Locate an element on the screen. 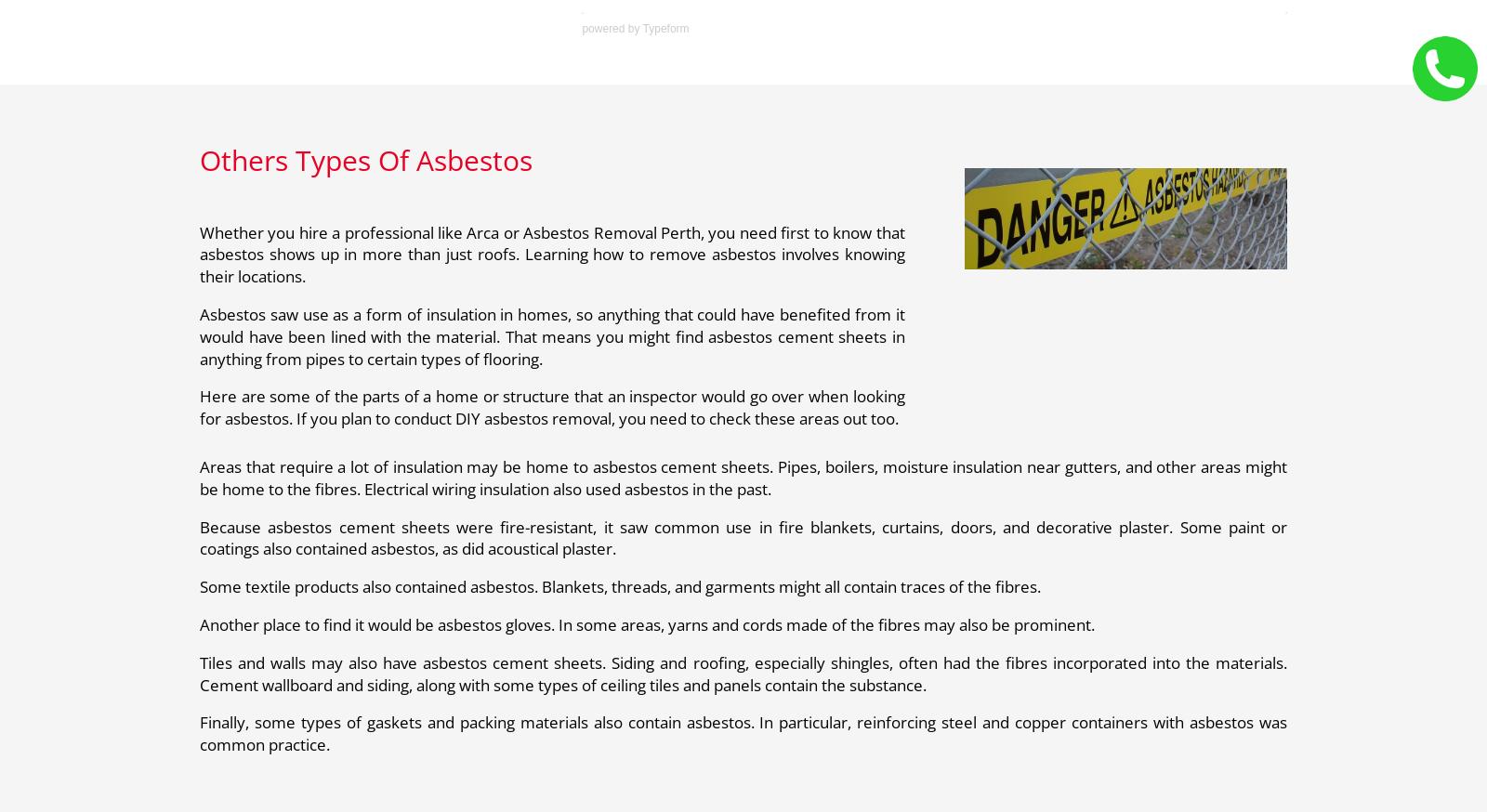  'Whether you hire a professional like Arca or Asbestos Removal Perth, you need first to know that asbestos shows up in more than just roofs. Learning how to remove asbestos involves knowing their locations.' is located at coordinates (551, 254).